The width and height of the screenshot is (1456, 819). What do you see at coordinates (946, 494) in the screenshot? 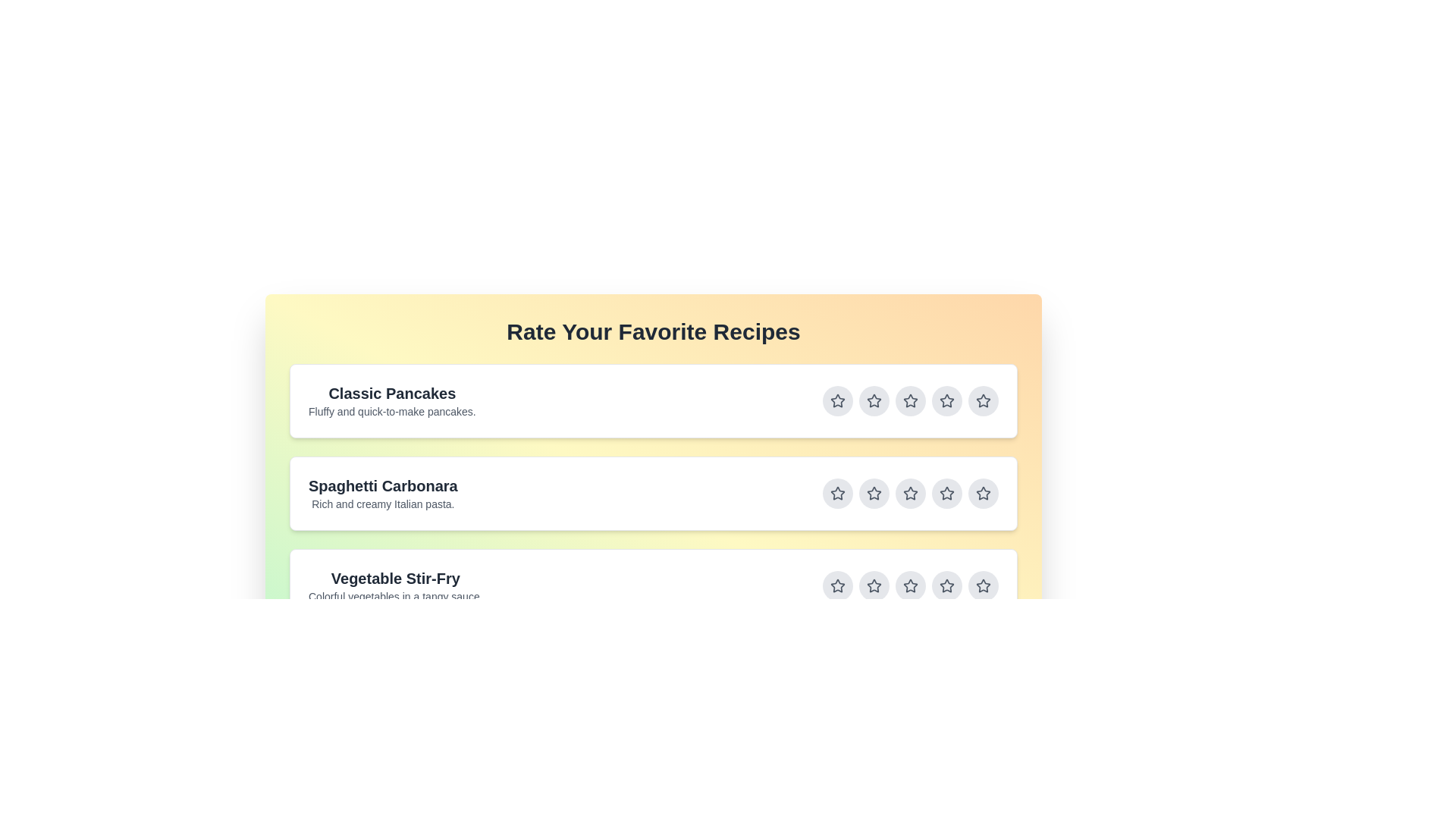
I see `the star button corresponding to 4 stars for the recipe titled Spaghetti Carbonara` at bounding box center [946, 494].